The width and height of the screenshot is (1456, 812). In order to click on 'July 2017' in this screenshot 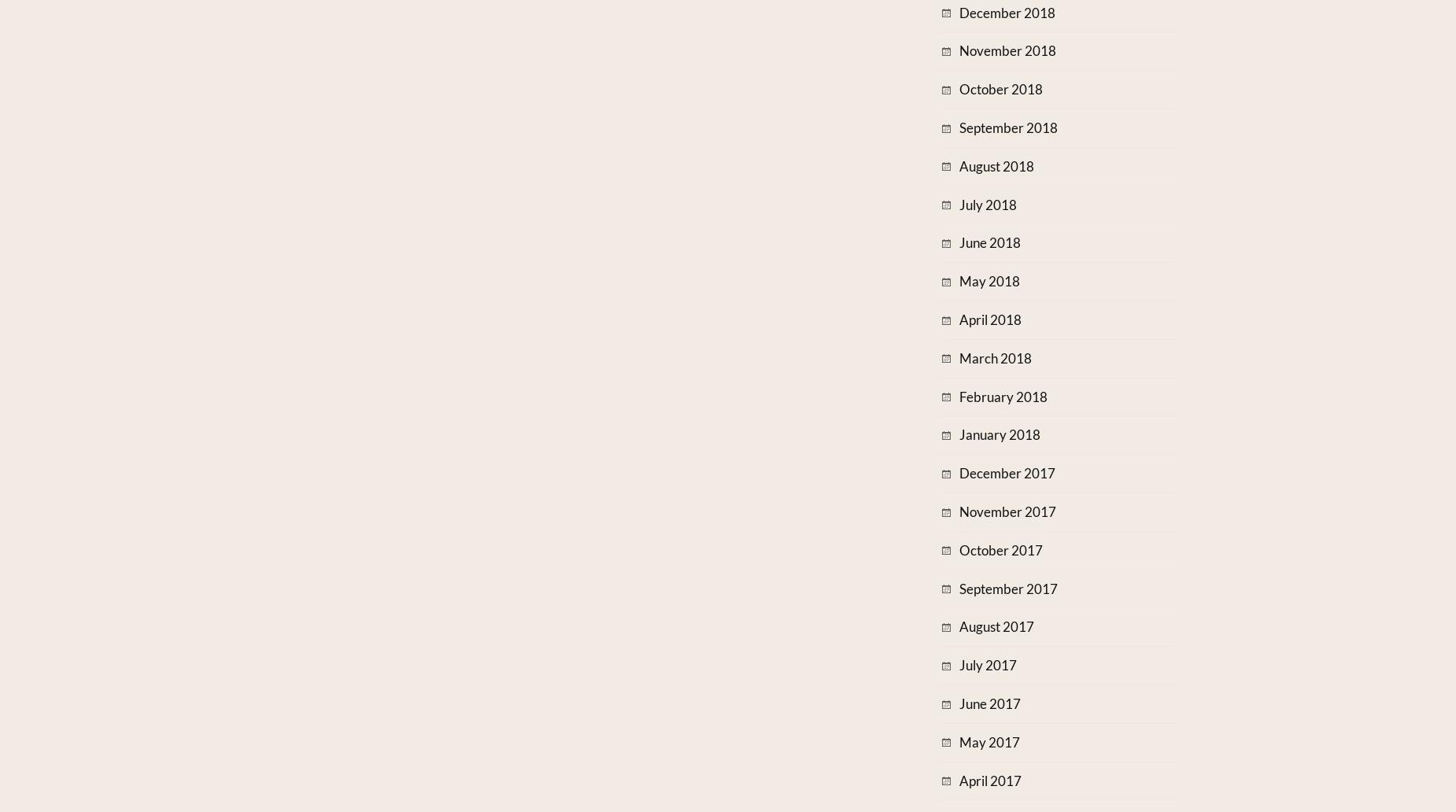, I will do `click(958, 665)`.